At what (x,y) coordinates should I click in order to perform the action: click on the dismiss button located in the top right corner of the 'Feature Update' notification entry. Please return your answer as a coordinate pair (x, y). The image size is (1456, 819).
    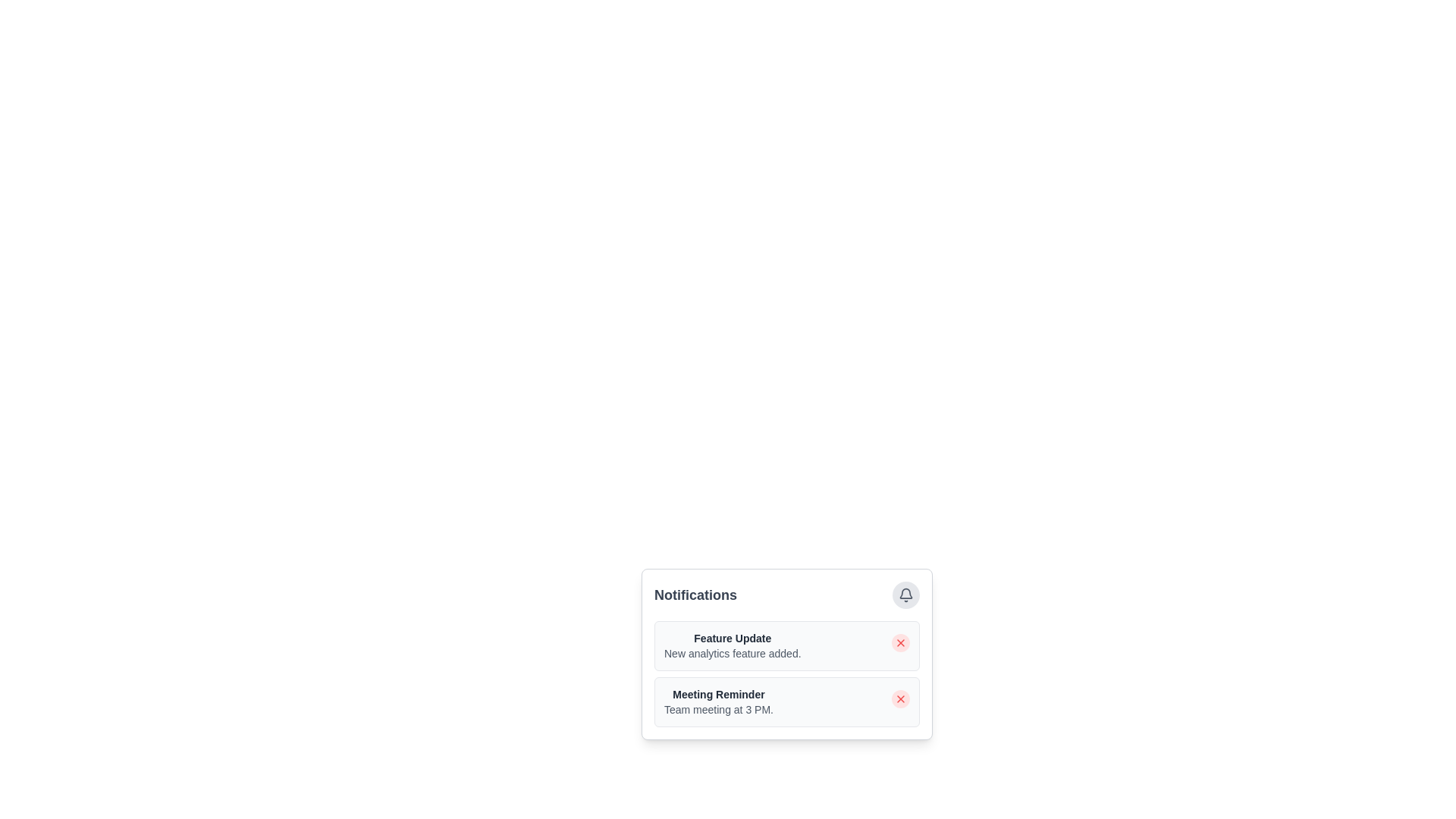
    Looking at the image, I should click on (901, 643).